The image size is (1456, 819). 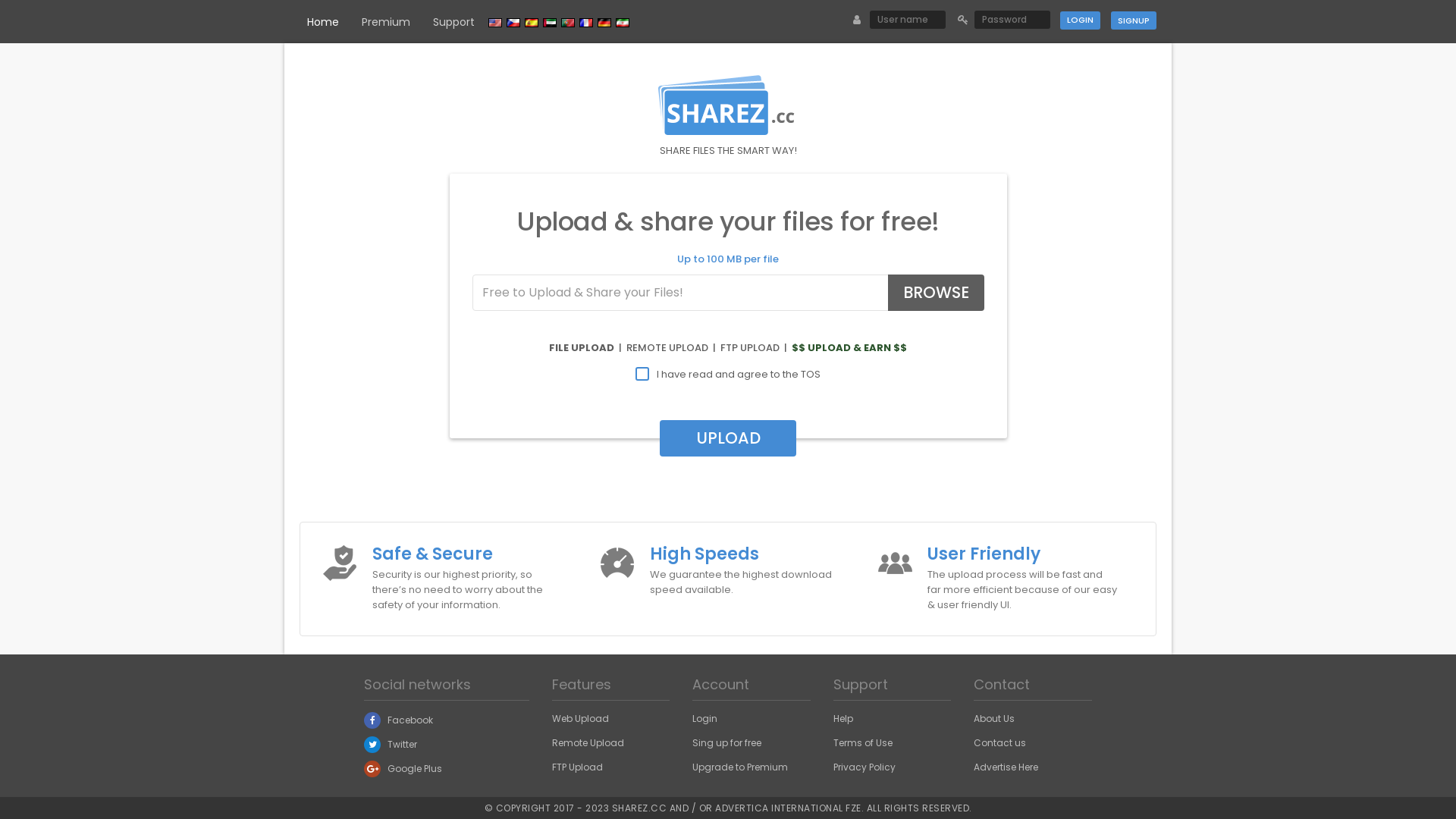 I want to click on 'About Us', so click(x=993, y=717).